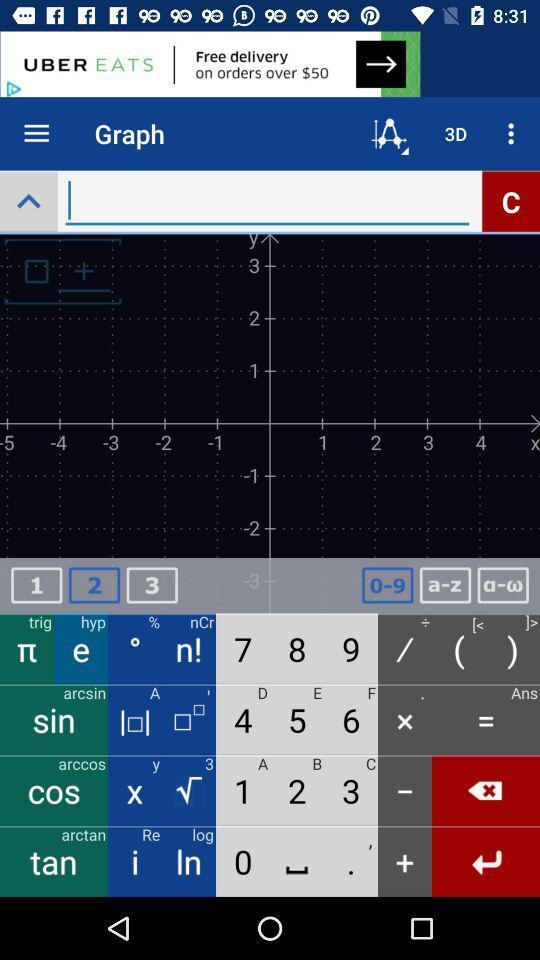 The width and height of the screenshot is (540, 960). Describe the element at coordinates (267, 201) in the screenshot. I see `search bar` at that location.